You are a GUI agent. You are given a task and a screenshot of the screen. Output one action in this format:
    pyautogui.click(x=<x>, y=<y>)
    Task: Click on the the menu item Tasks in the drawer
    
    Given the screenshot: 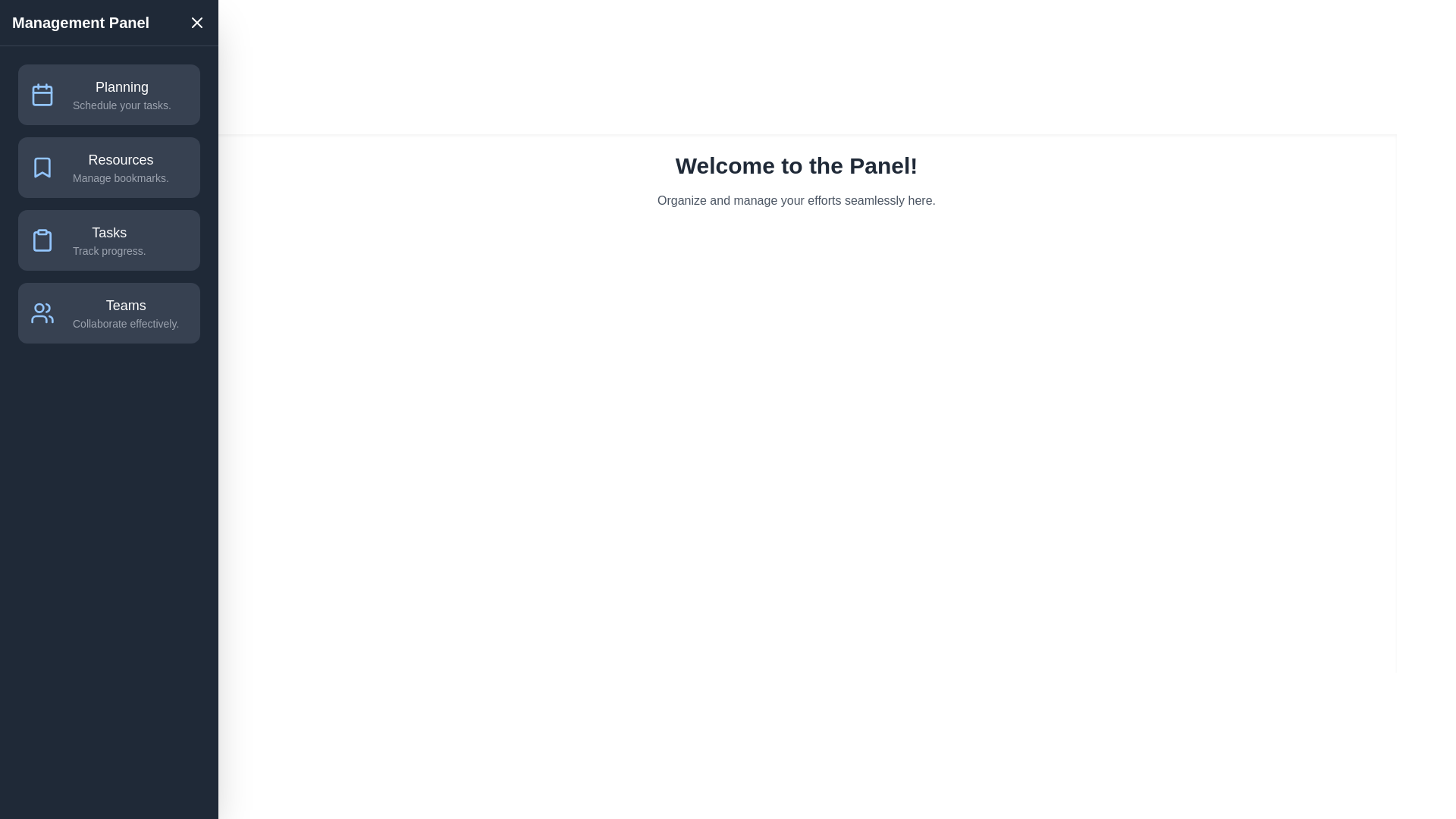 What is the action you would take?
    pyautogui.click(x=108, y=239)
    